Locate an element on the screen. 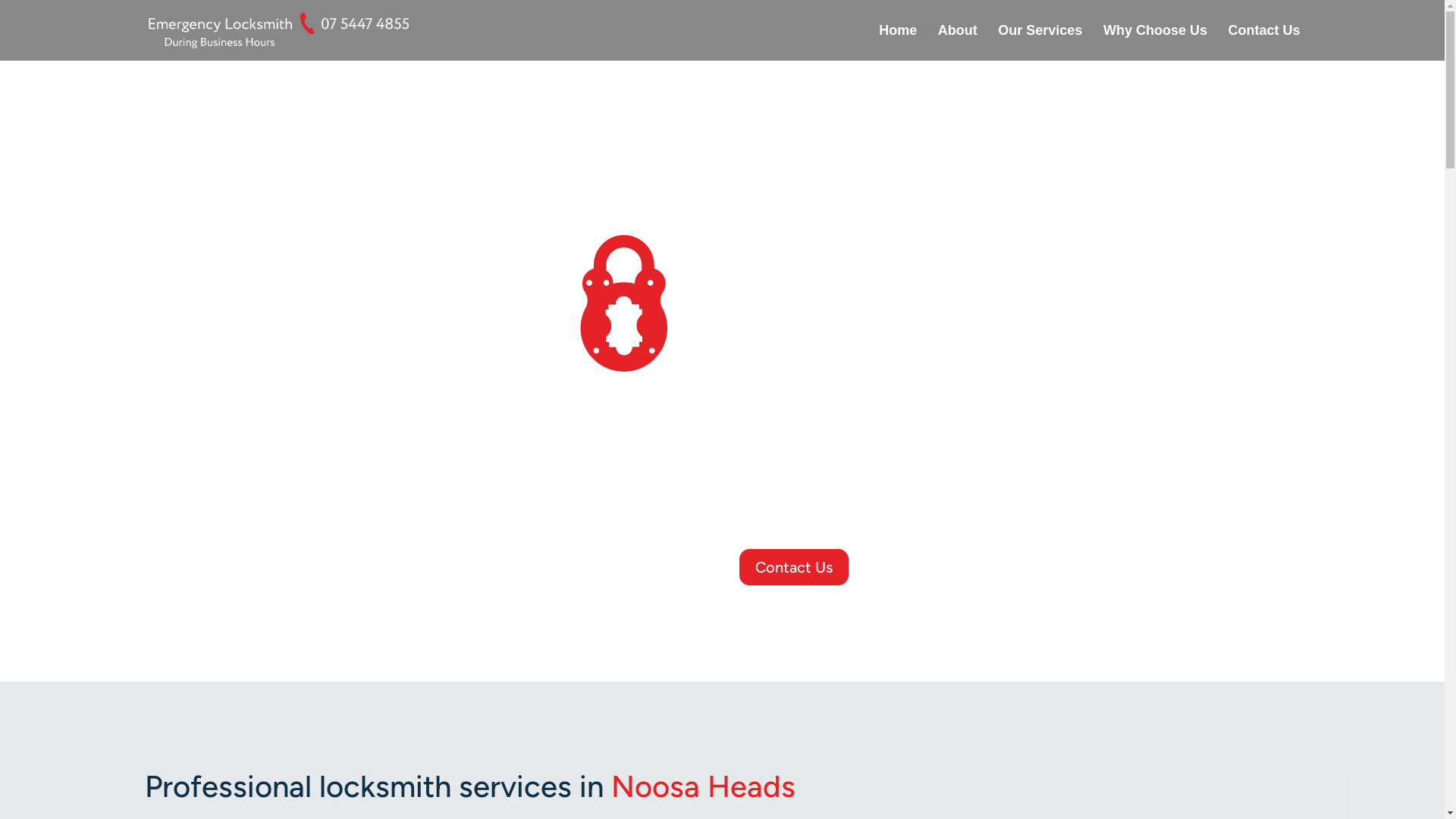 This screenshot has width=1456, height=819. 'Contact Us' is located at coordinates (792, 567).